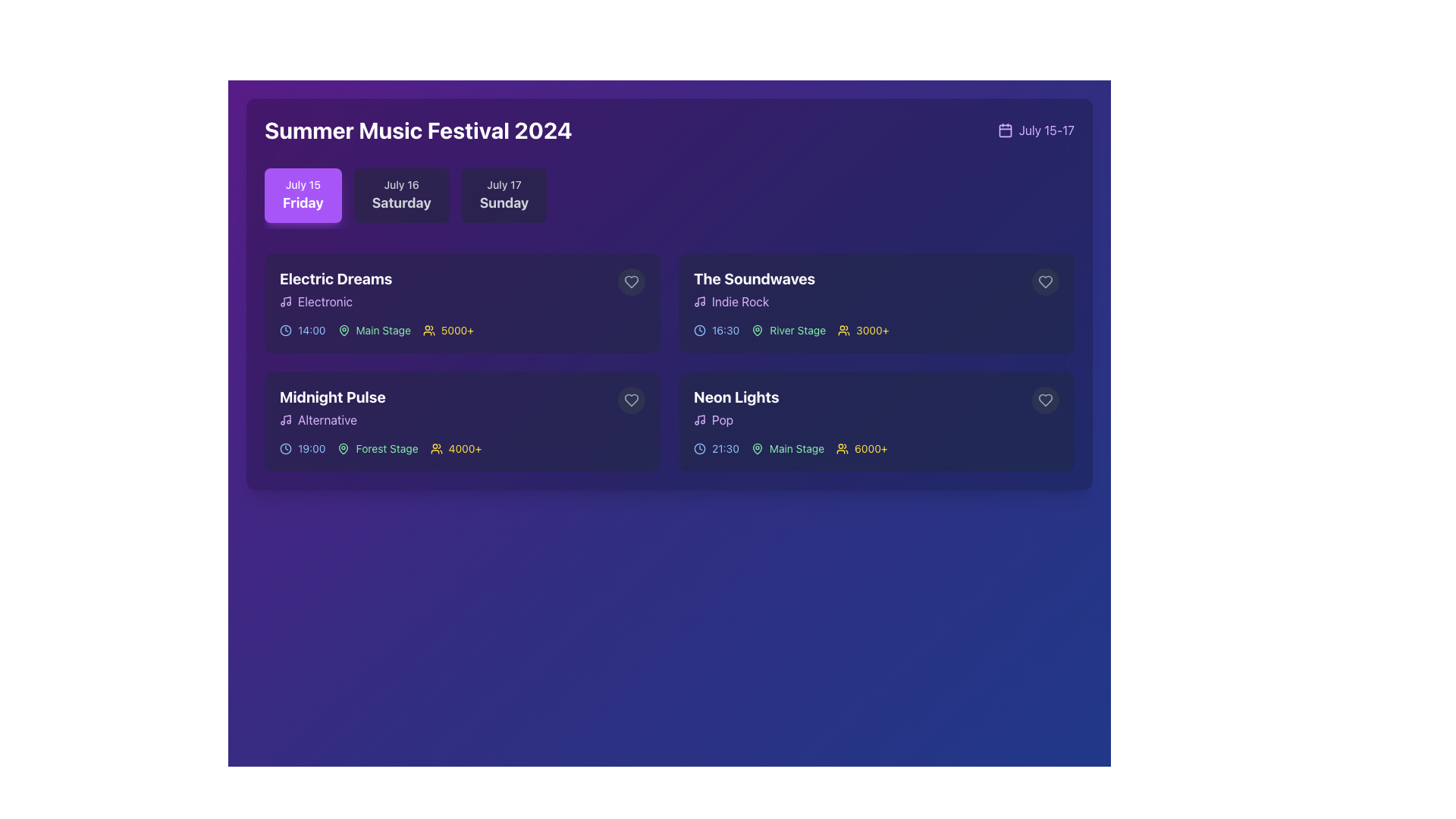  What do you see at coordinates (755, 278) in the screenshot?
I see `the title text element indicating a music band or performance, located in the right-most card of the second row above the subtitle 'Indie Rock'` at bounding box center [755, 278].